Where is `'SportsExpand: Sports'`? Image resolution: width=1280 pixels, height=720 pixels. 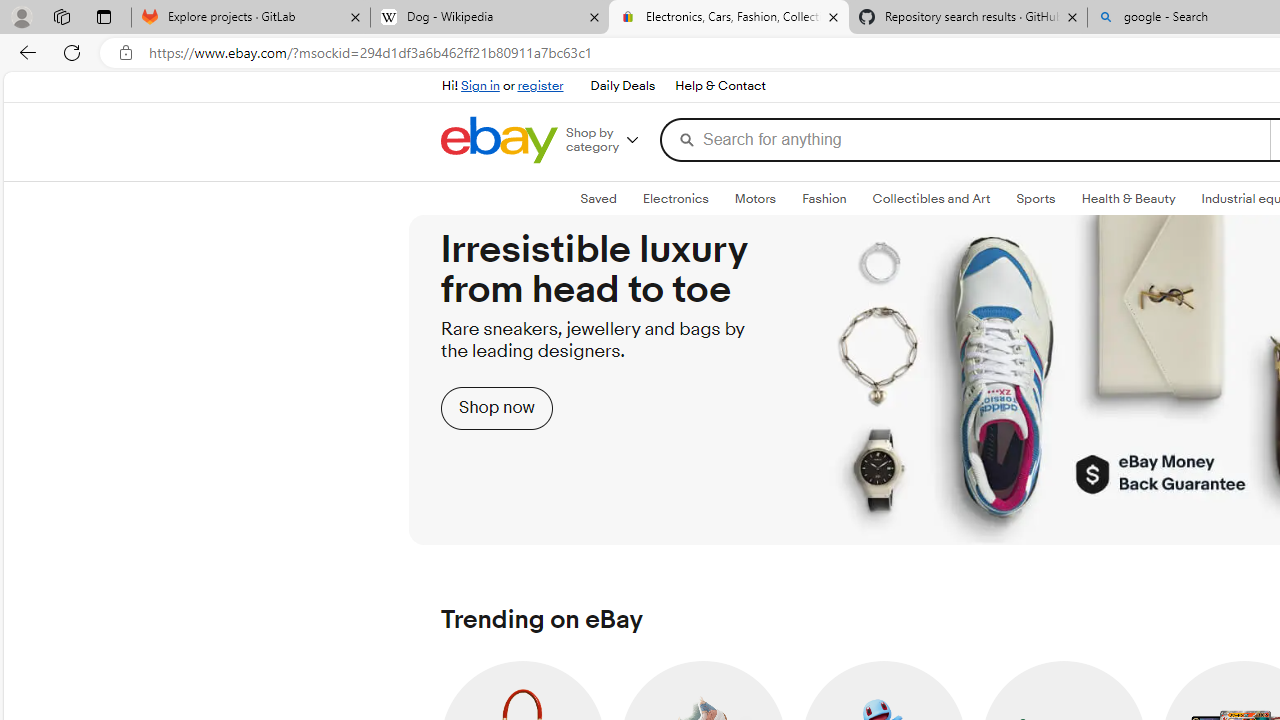 'SportsExpand: Sports' is located at coordinates (1036, 199).